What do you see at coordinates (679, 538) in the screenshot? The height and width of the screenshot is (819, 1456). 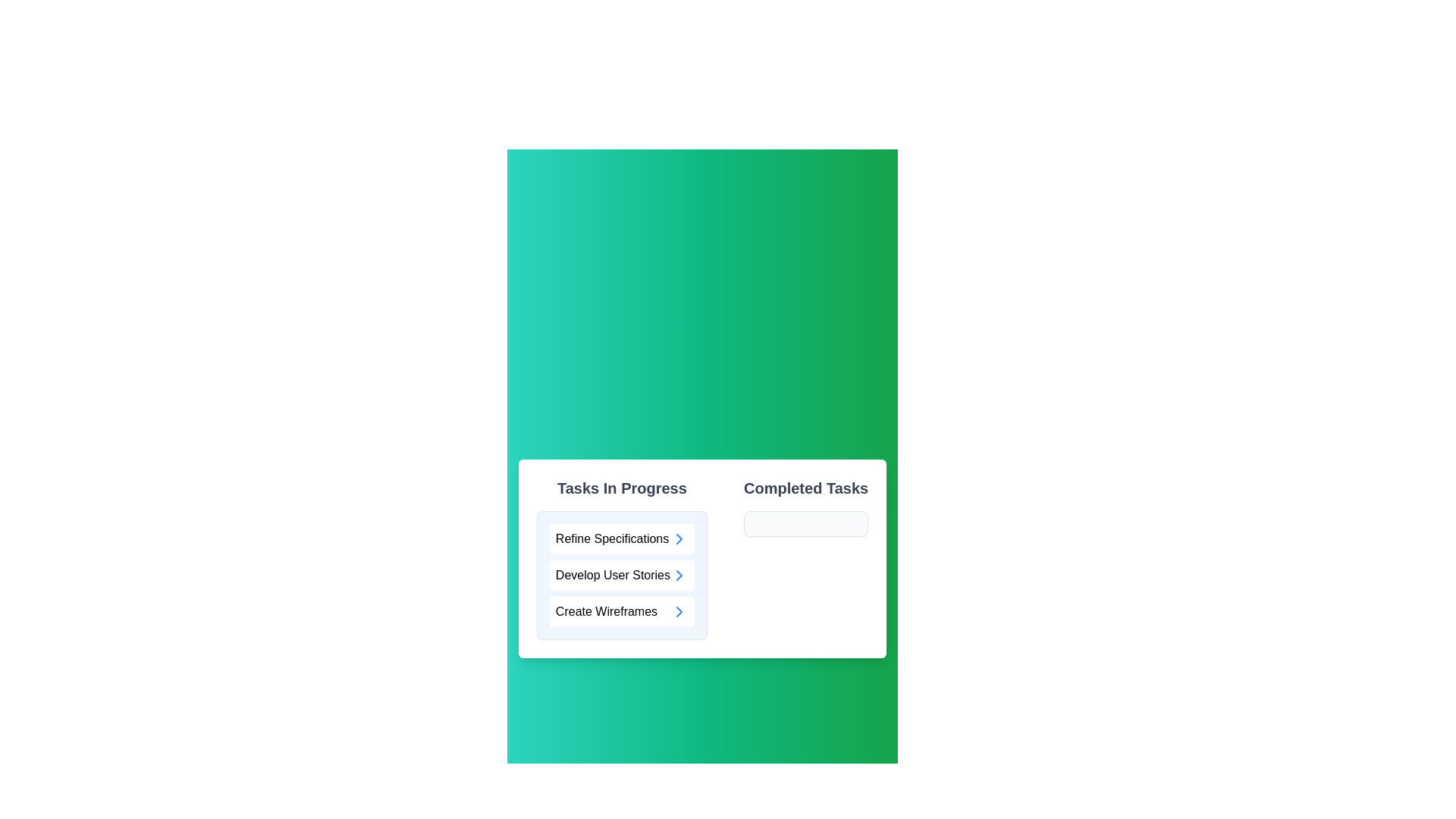 I see `arrow icon next to the task 'Refine Specifications' in the 'Tasks In Progress' list to move it to 'Completed Tasks'` at bounding box center [679, 538].